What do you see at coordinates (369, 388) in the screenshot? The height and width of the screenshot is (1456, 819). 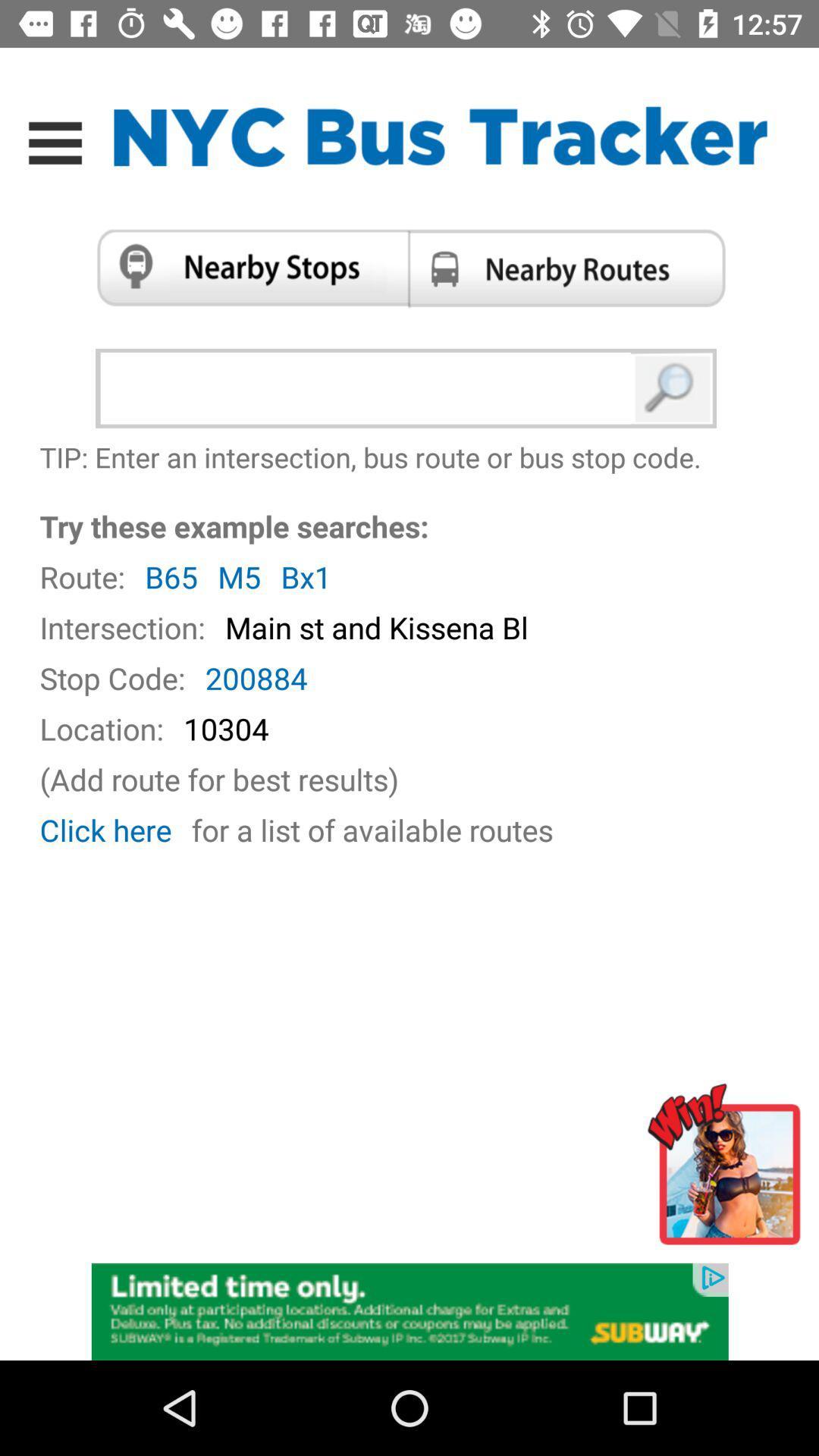 I see `bus route search box` at bounding box center [369, 388].